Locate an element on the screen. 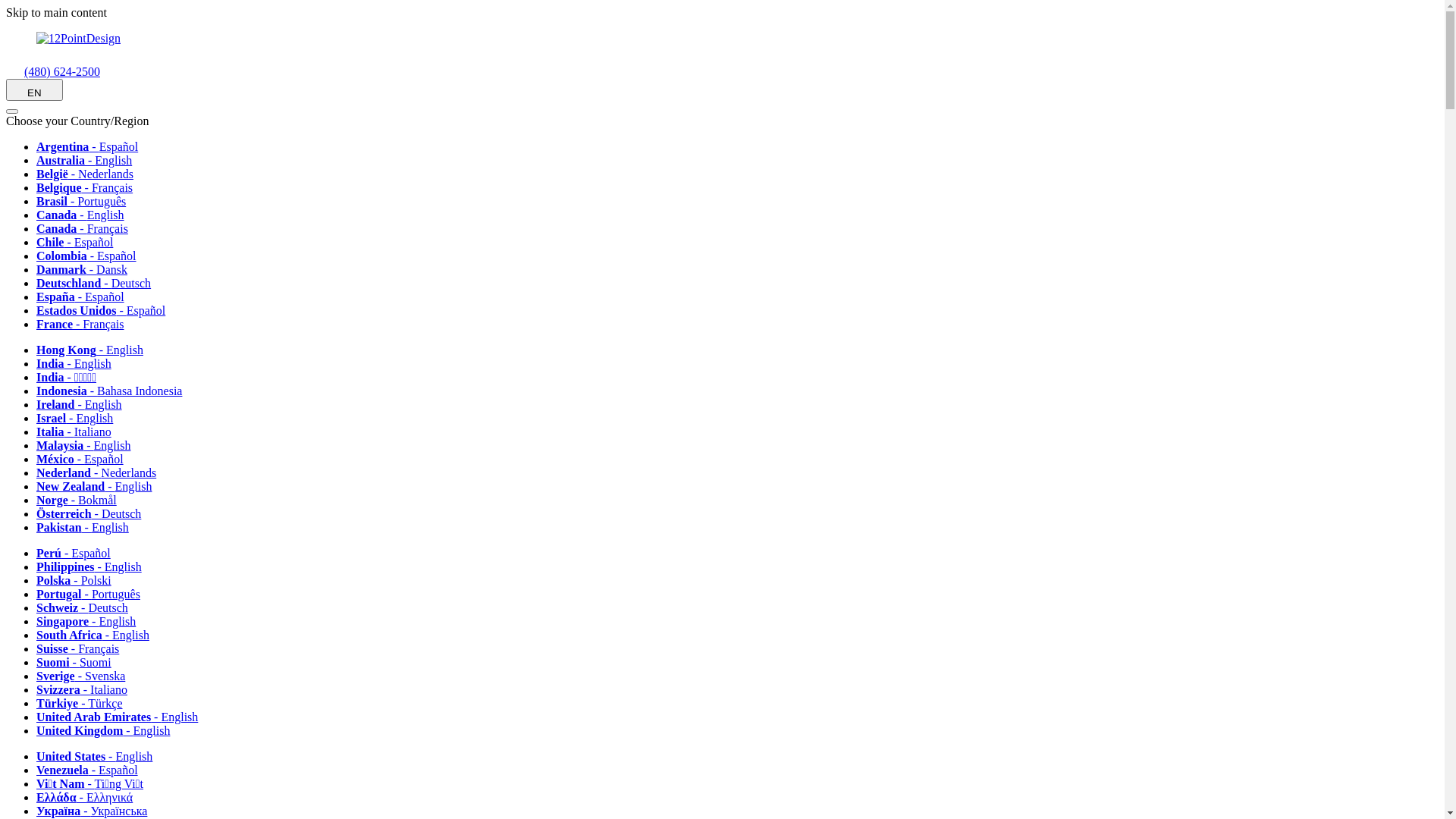 This screenshot has width=1456, height=819. 'United Arab Emirates - English' is located at coordinates (122, 717).